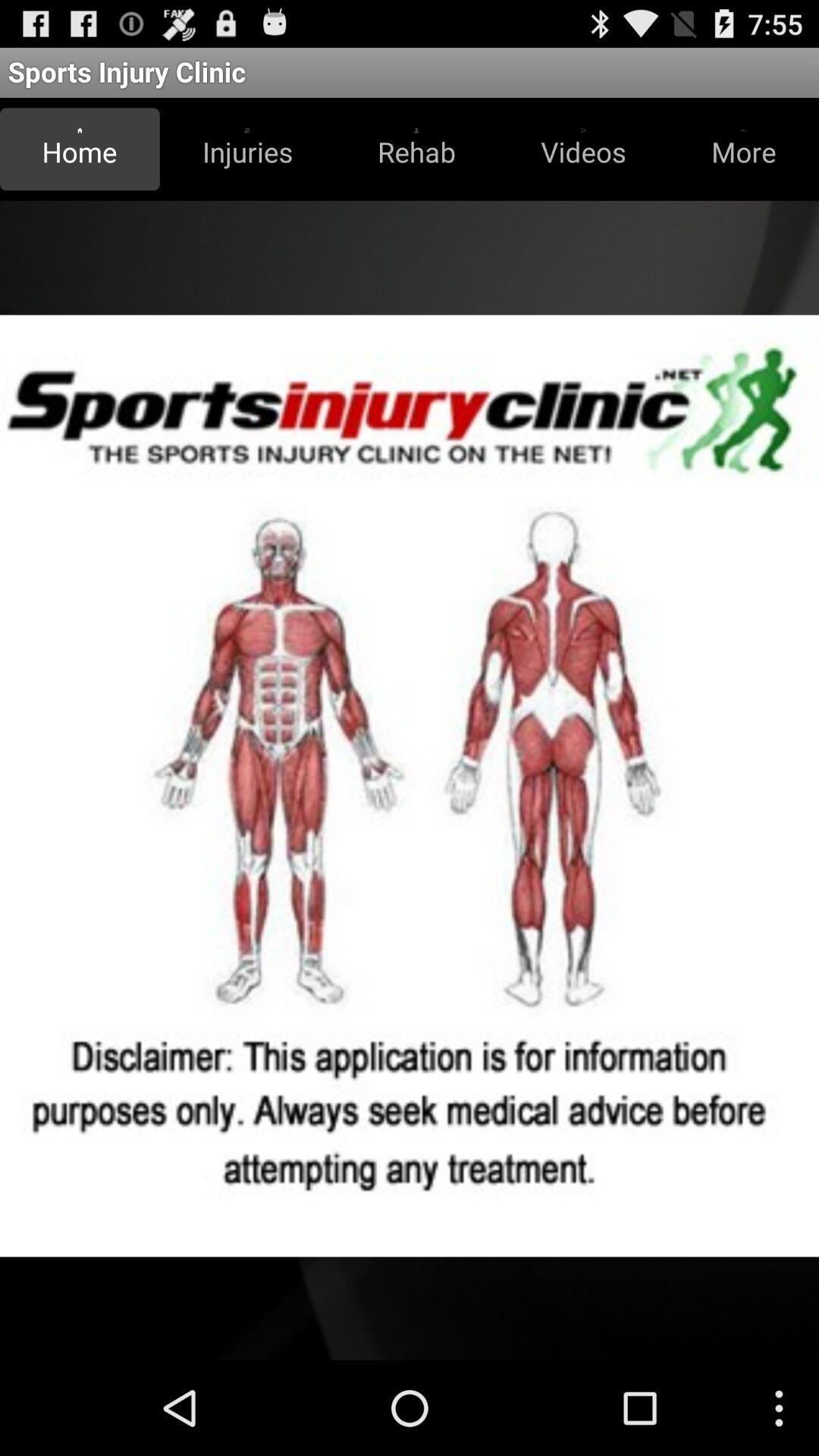 The image size is (819, 1456). I want to click on the rehab item, so click(416, 149).